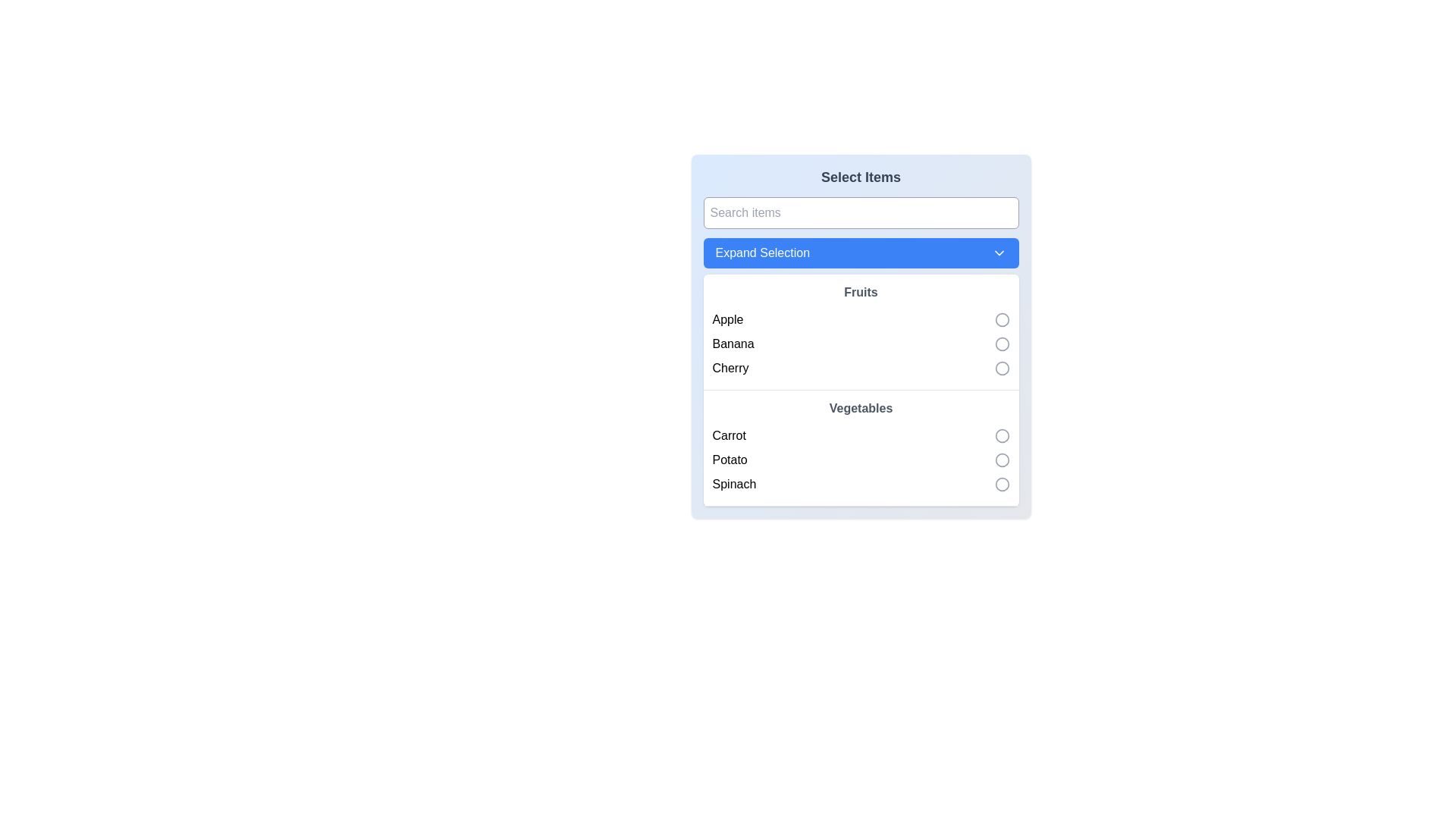 This screenshot has height=819, width=1456. What do you see at coordinates (999, 253) in the screenshot?
I see `the chevron icon located at the rightmost end of the 'Expand Selection' button` at bounding box center [999, 253].